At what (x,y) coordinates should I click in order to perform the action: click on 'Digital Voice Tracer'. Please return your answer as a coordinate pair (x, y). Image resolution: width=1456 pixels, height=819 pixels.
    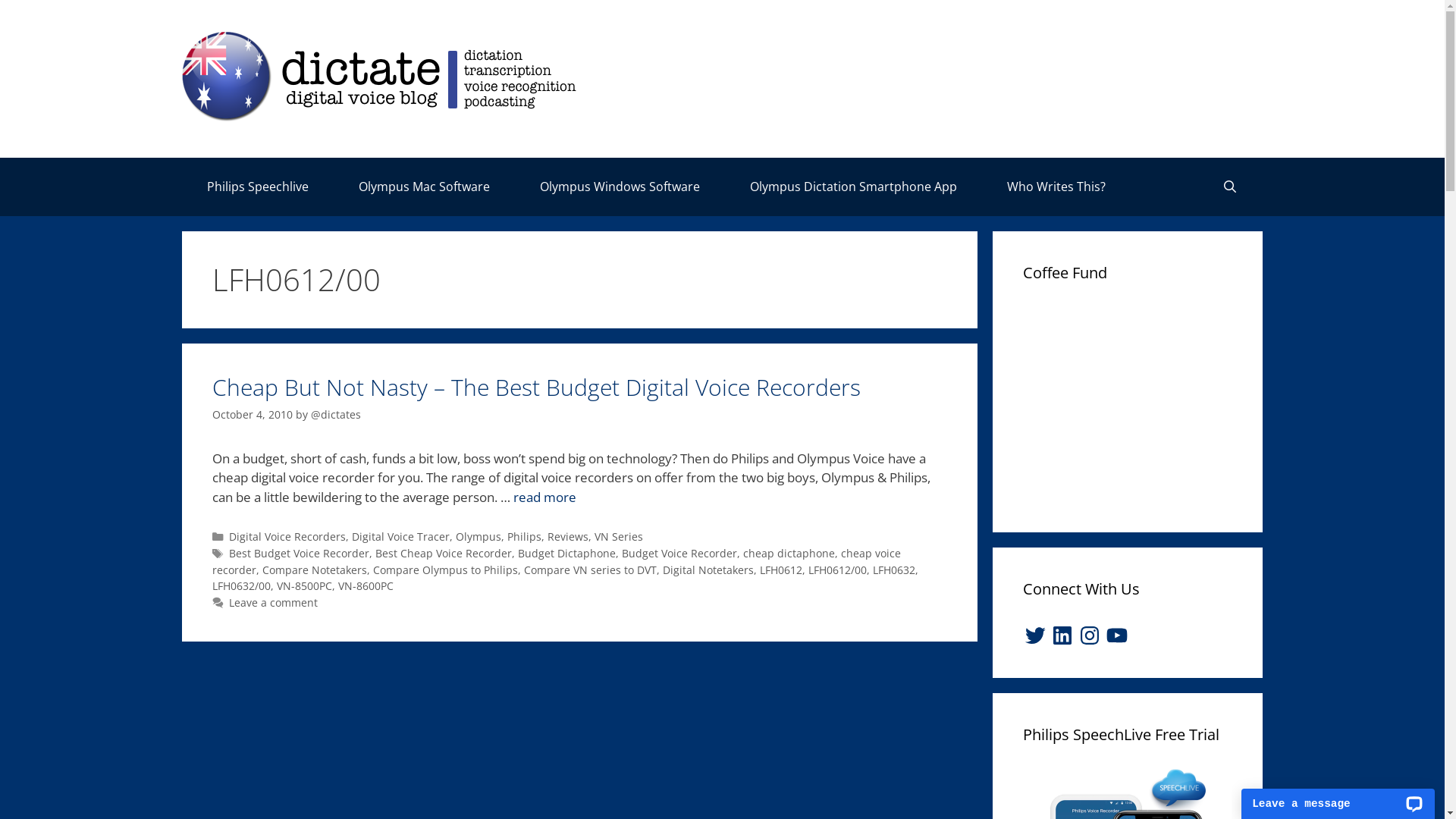
    Looking at the image, I should click on (400, 535).